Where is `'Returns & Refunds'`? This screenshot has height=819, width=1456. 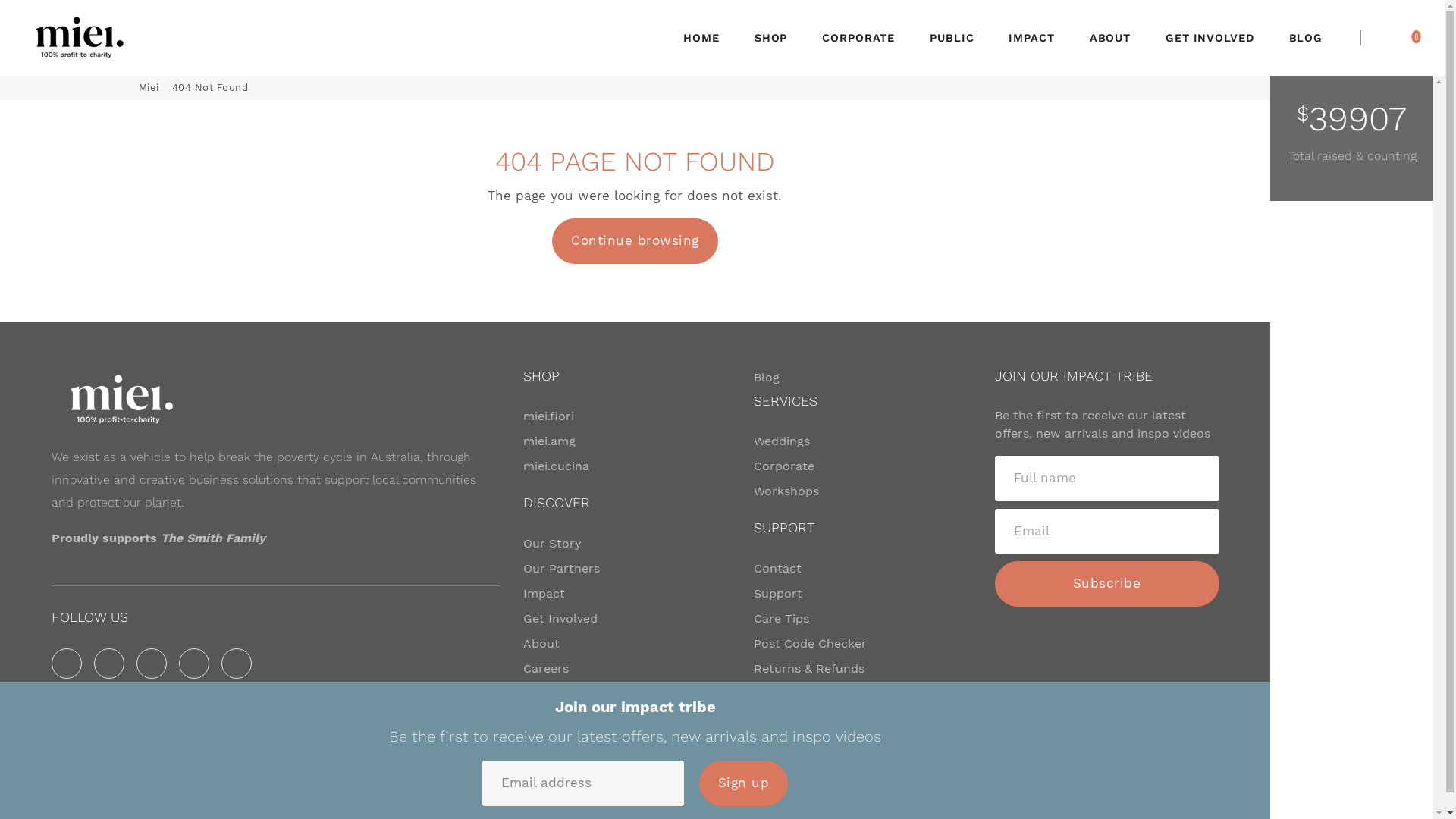 'Returns & Refunds' is located at coordinates (808, 668).